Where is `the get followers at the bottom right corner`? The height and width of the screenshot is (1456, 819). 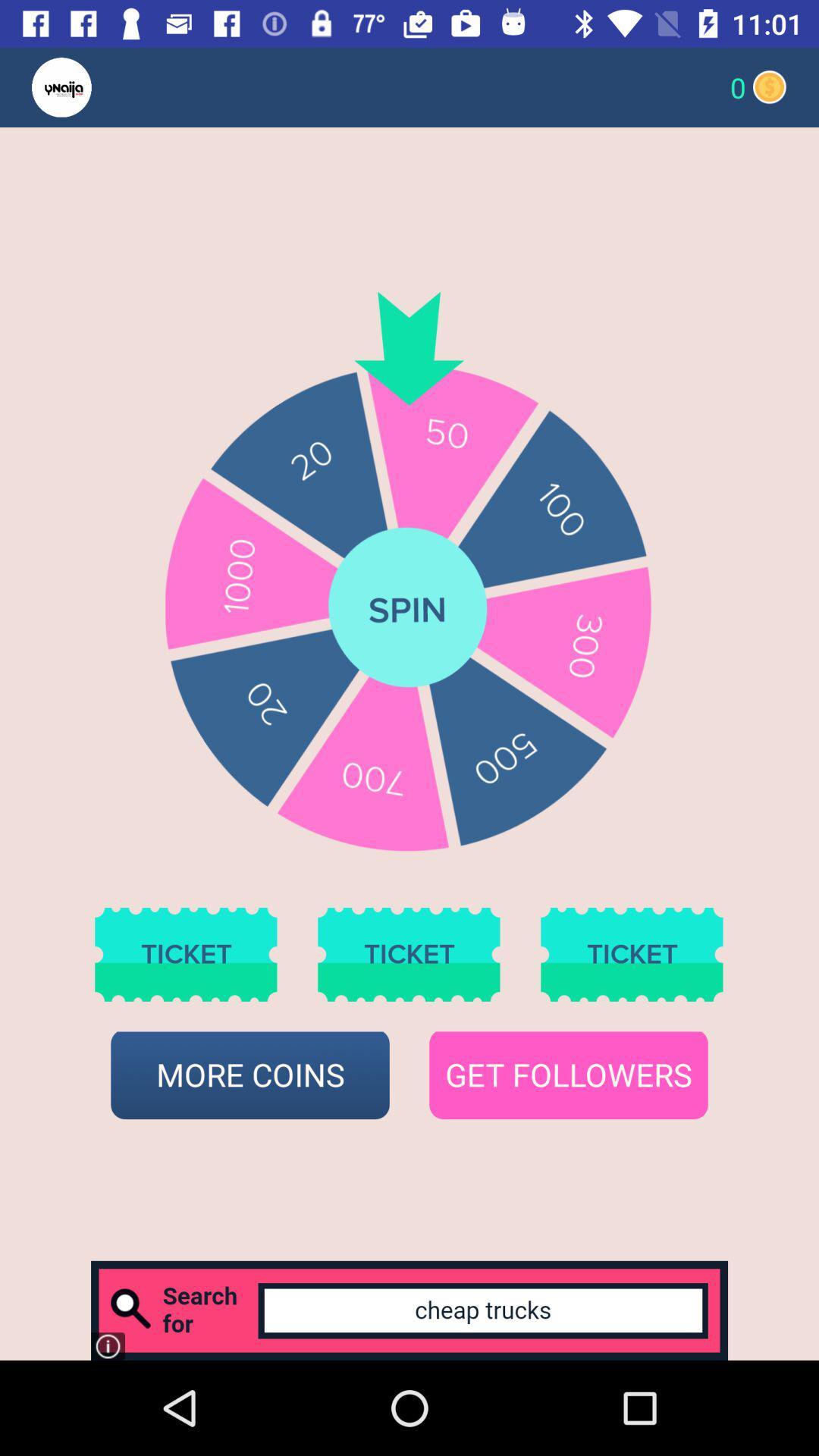 the get followers at the bottom right corner is located at coordinates (568, 1075).